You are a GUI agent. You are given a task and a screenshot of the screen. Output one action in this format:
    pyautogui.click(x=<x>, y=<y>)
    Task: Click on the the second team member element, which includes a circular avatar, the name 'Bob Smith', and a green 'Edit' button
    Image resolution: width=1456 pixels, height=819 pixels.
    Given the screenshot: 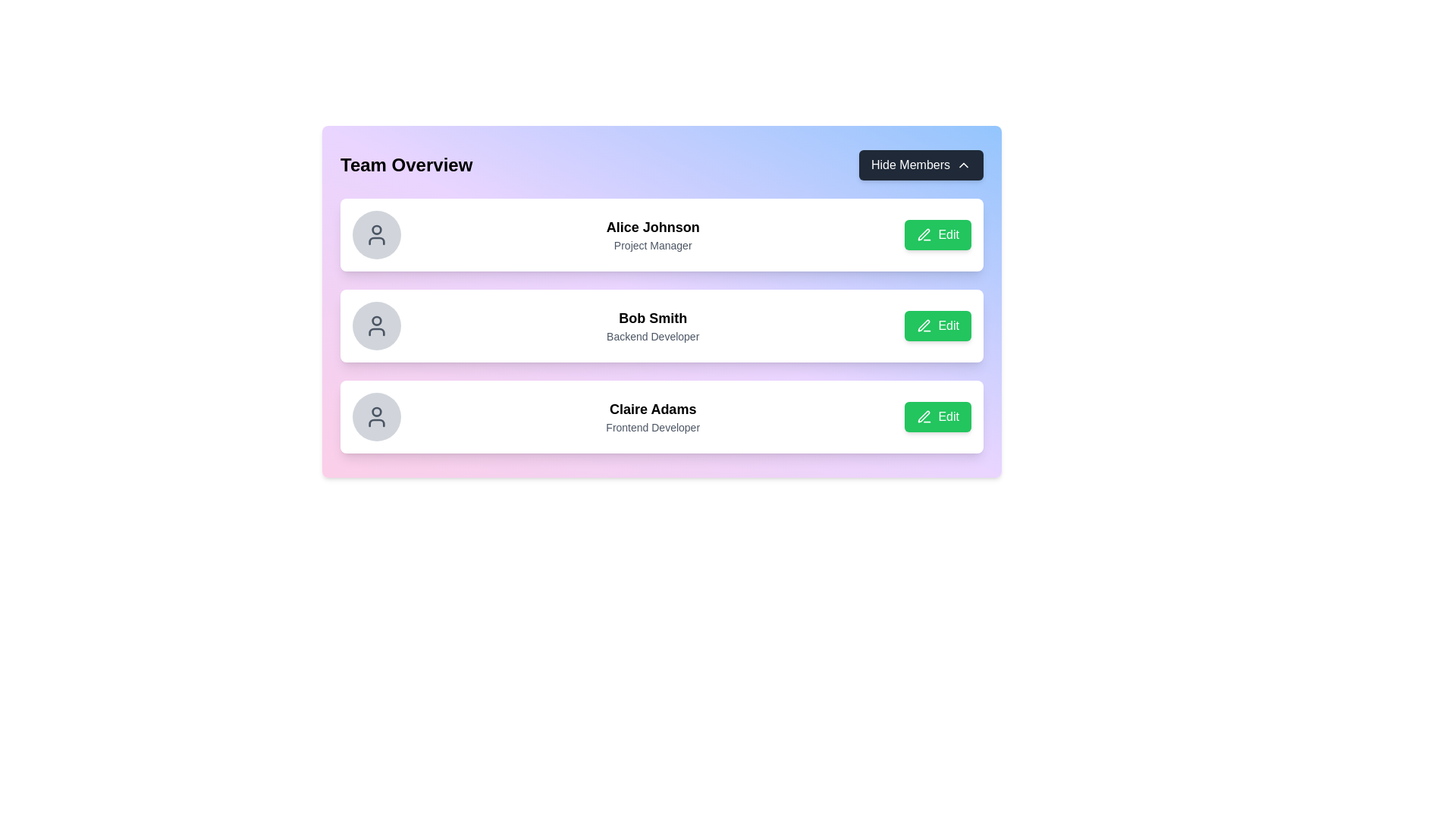 What is the action you would take?
    pyautogui.click(x=662, y=325)
    